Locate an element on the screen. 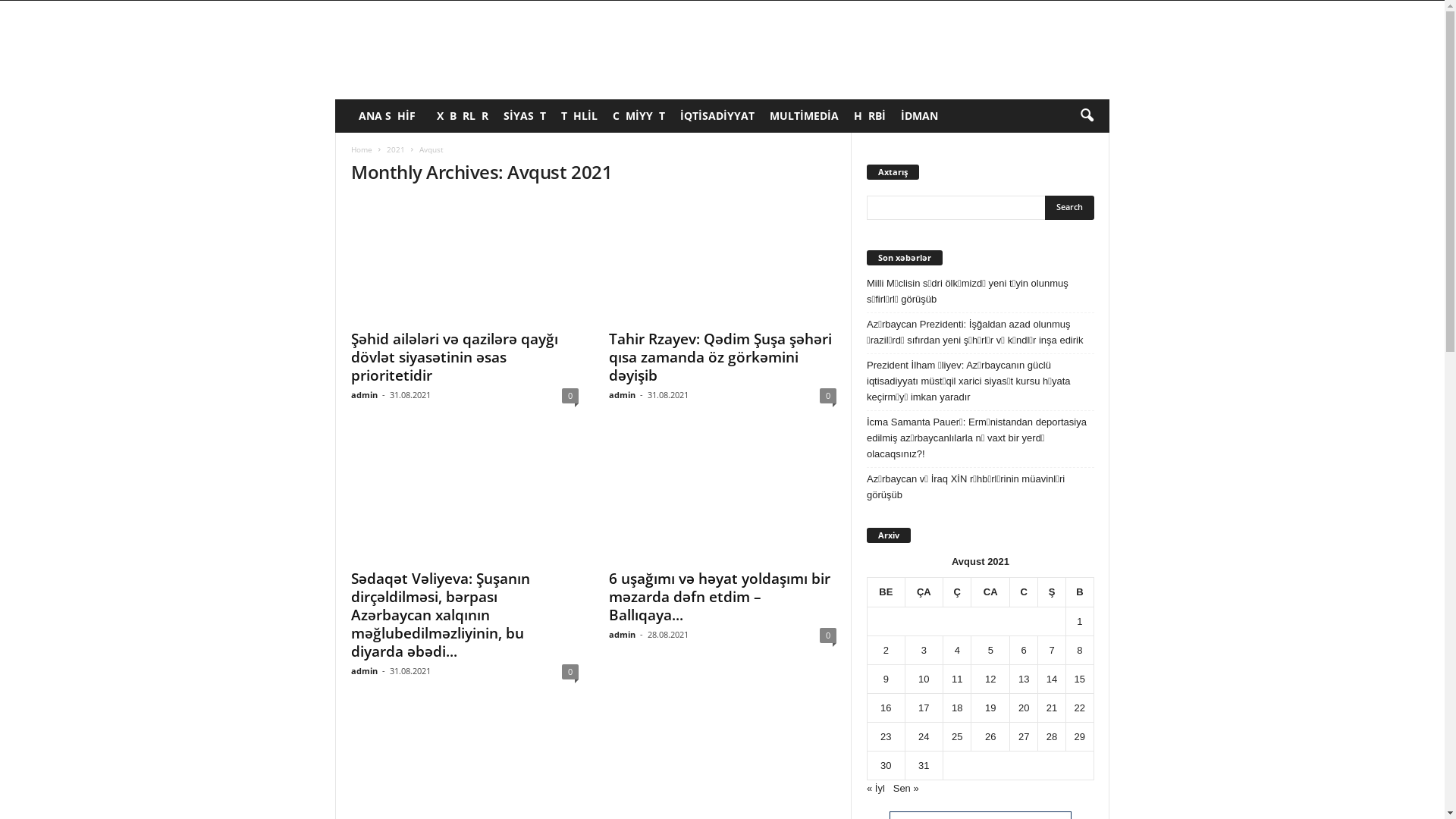  '12' is located at coordinates (990, 678).